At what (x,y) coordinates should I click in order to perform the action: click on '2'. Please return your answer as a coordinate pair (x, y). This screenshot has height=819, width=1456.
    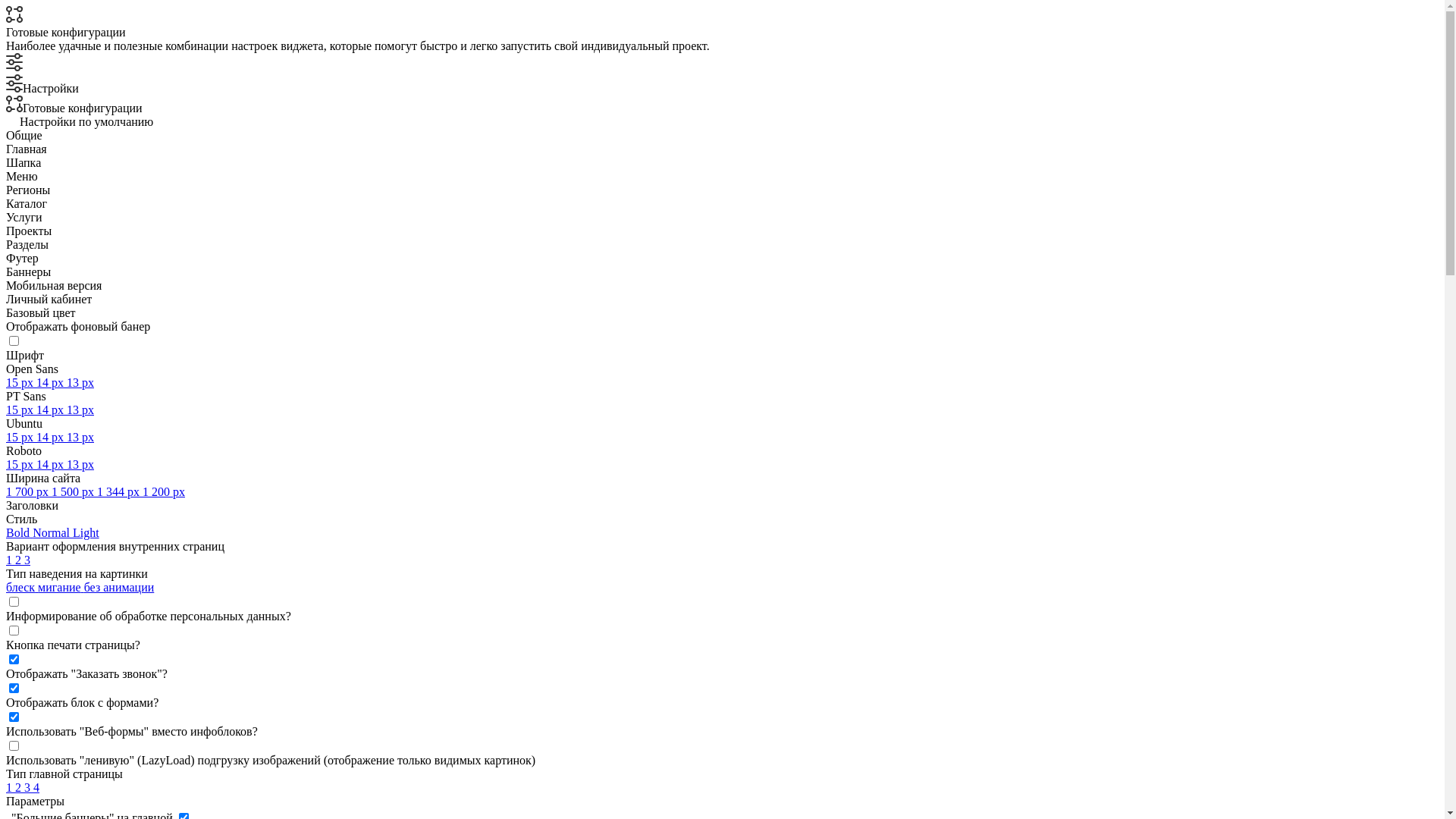
    Looking at the image, I should click on (19, 560).